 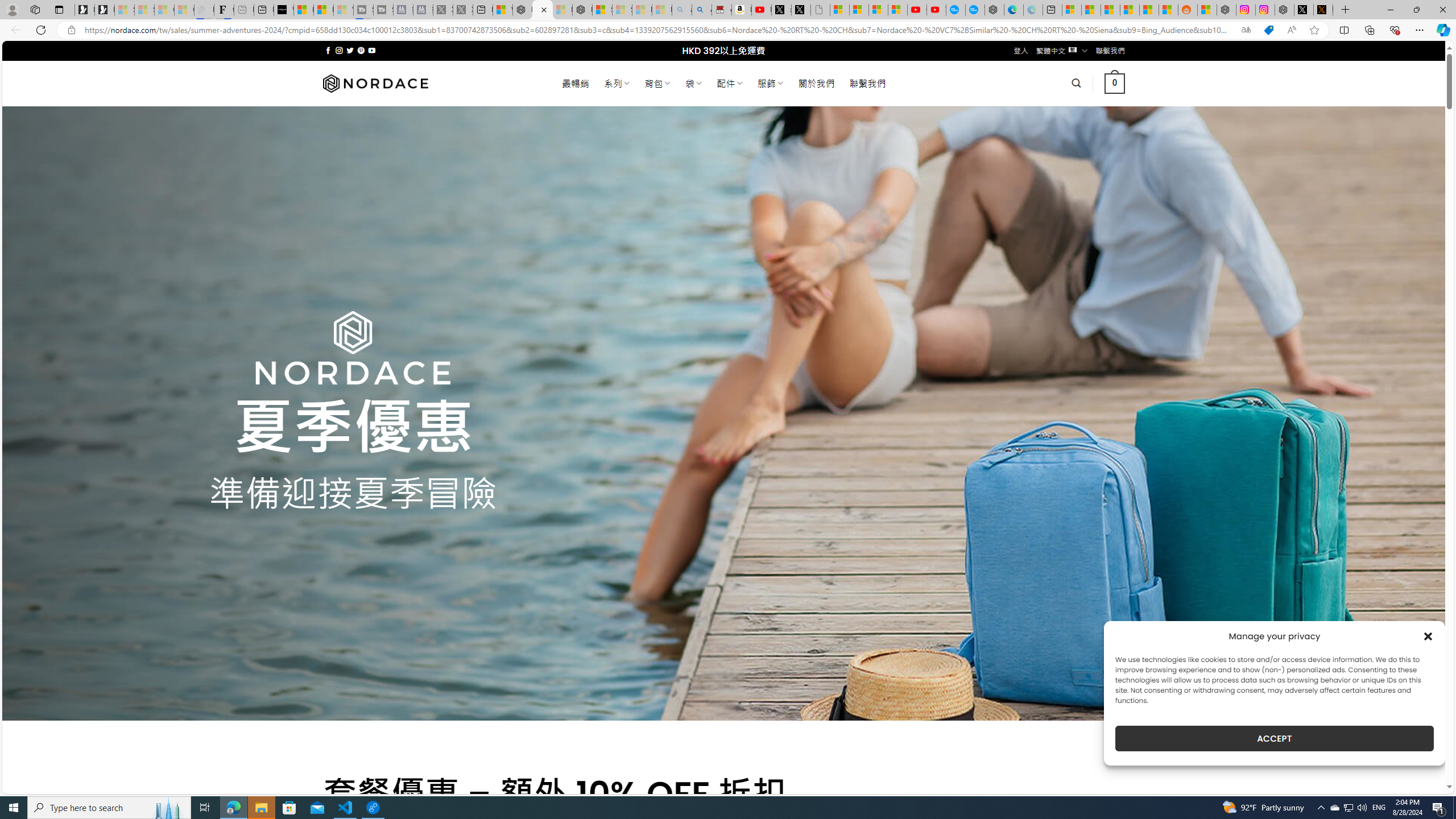 What do you see at coordinates (1071, 9) in the screenshot?
I see `'Microsoft account | Microsoft Account Privacy Settings'` at bounding box center [1071, 9].